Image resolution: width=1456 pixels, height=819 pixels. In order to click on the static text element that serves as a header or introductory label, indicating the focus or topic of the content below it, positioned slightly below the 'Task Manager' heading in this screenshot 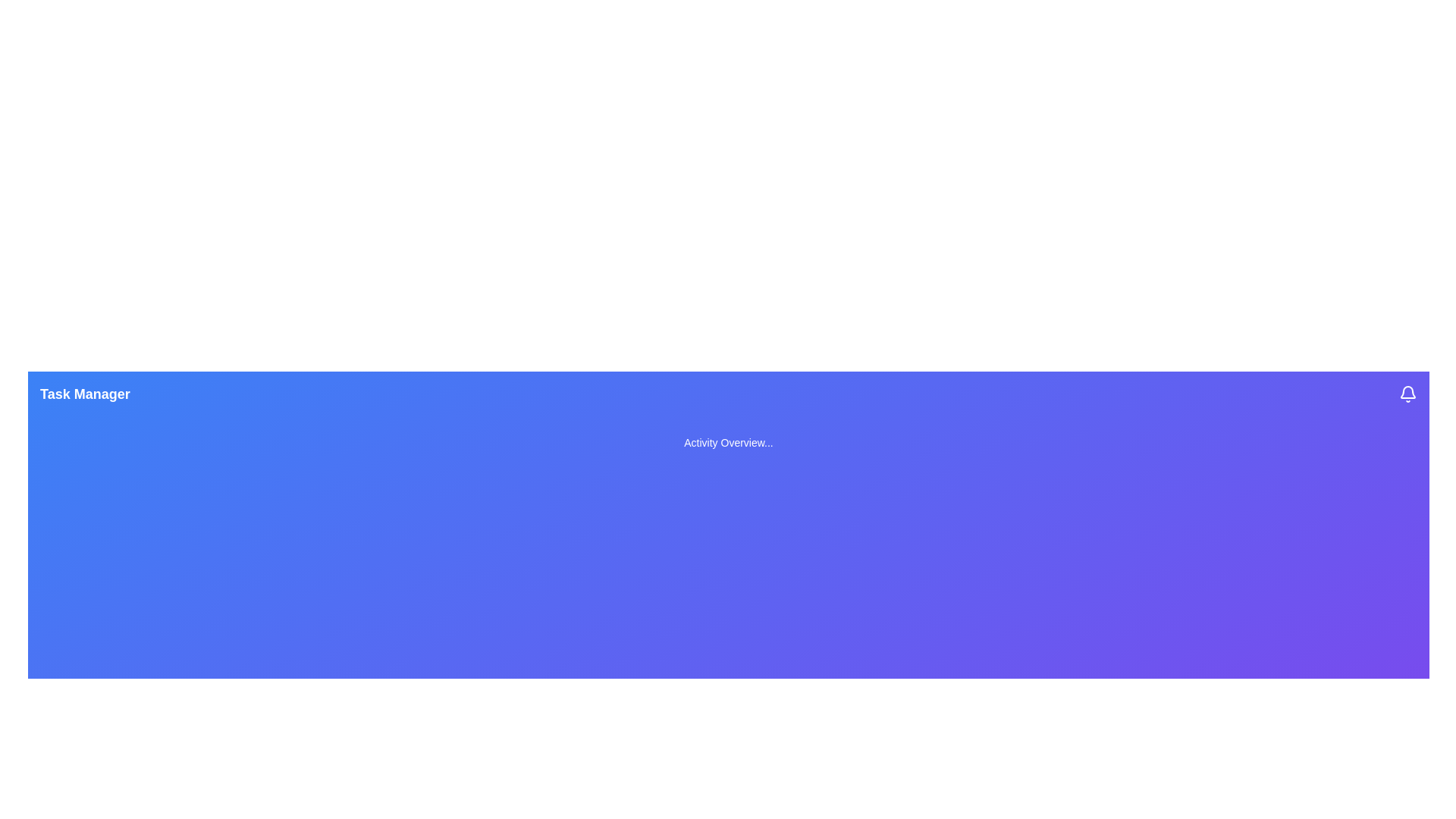, I will do `click(728, 442)`.